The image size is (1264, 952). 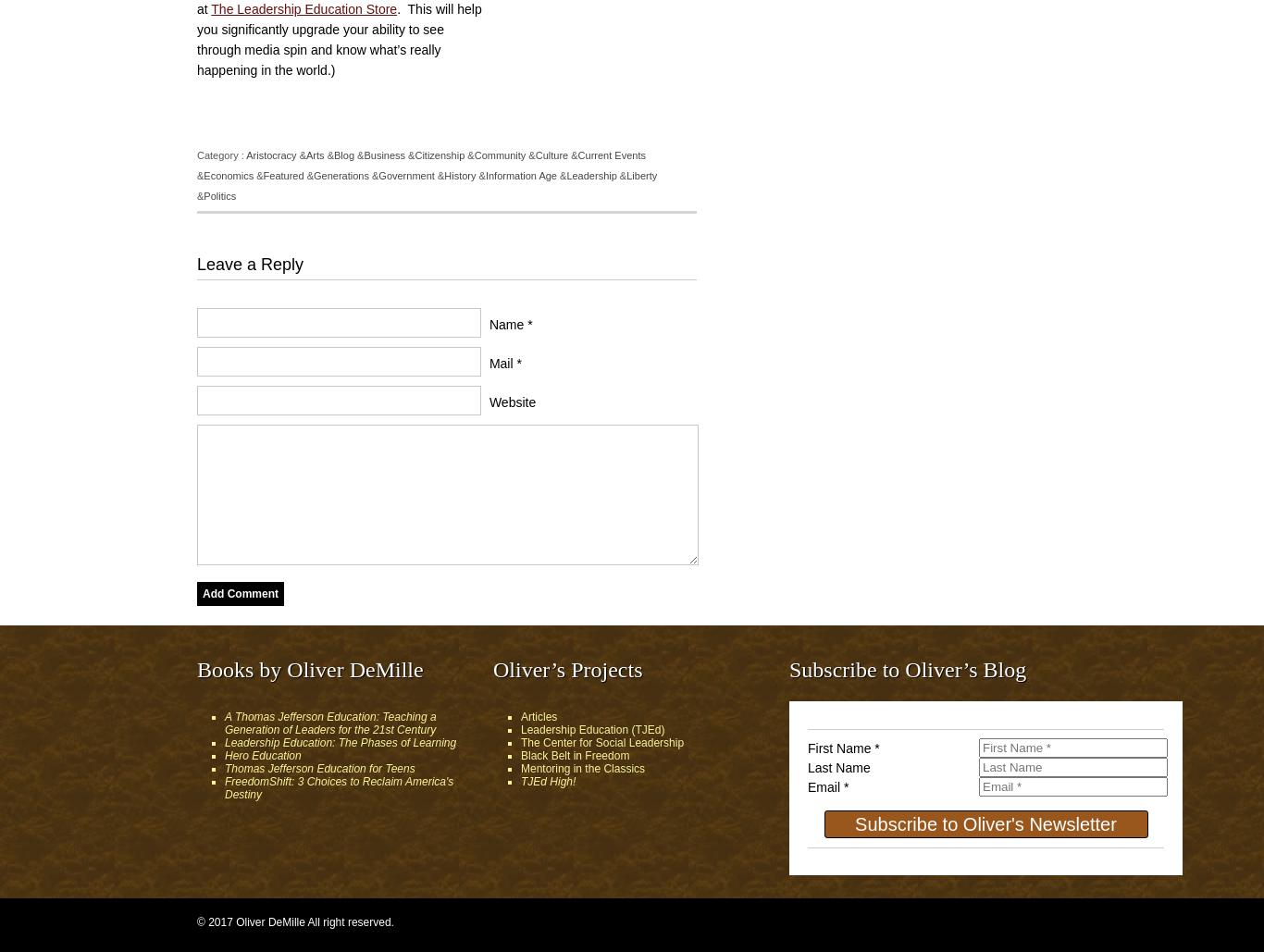 What do you see at coordinates (414, 155) in the screenshot?
I see `'Citizenship'` at bounding box center [414, 155].